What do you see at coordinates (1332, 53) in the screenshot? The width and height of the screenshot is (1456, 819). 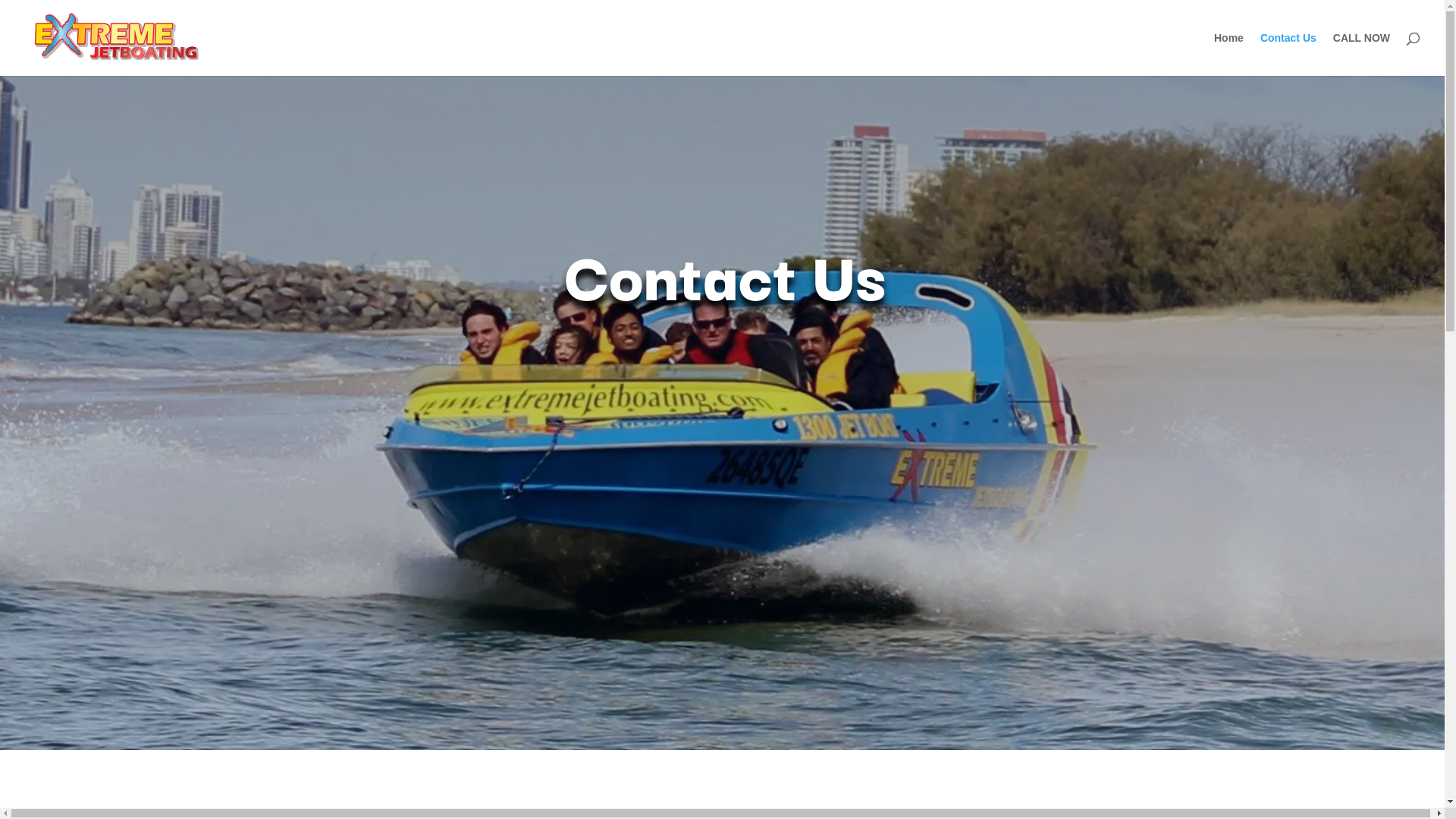 I see `'CALL NOW'` at bounding box center [1332, 53].